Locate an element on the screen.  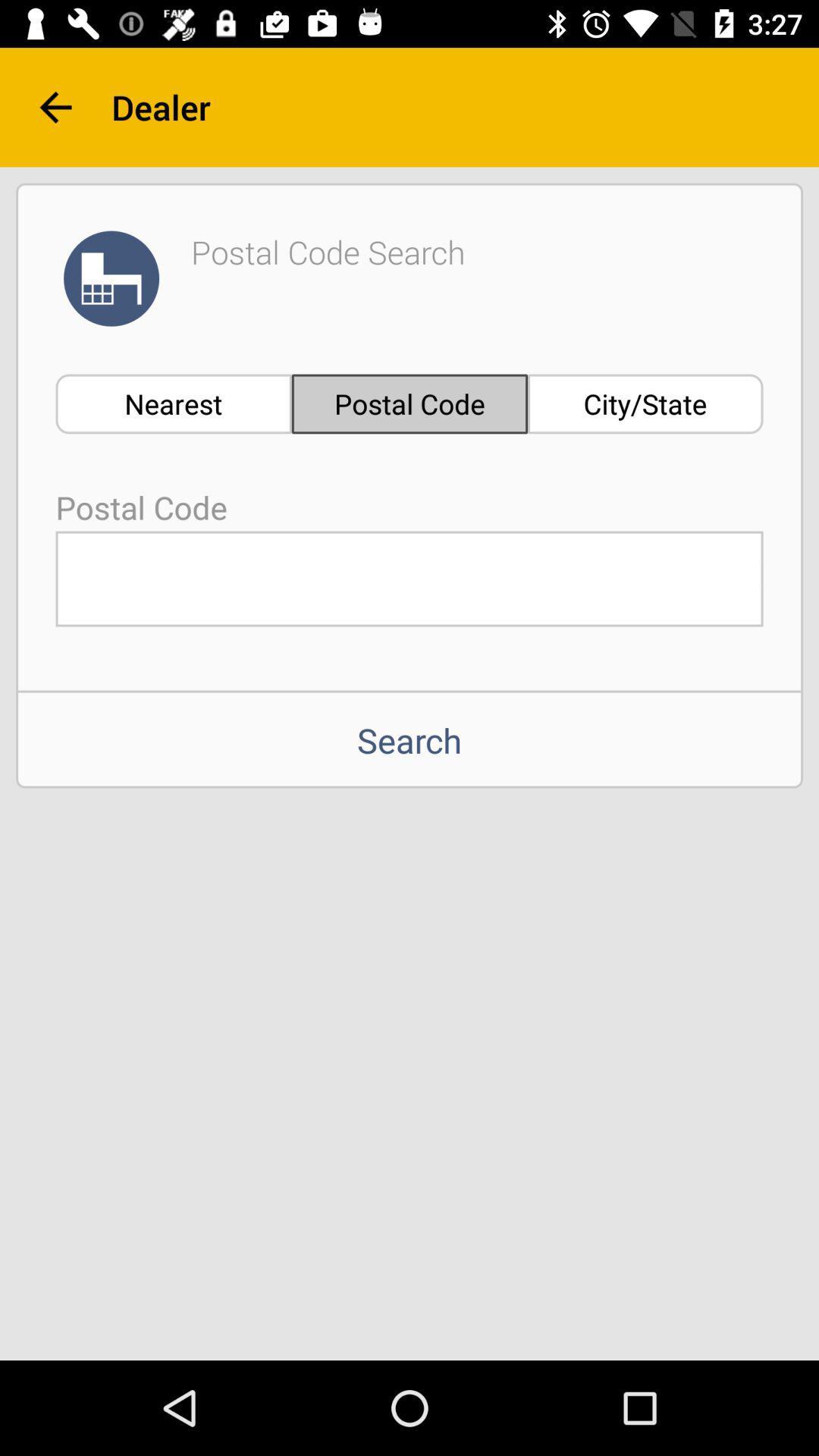
icon above search item is located at coordinates (409, 578).